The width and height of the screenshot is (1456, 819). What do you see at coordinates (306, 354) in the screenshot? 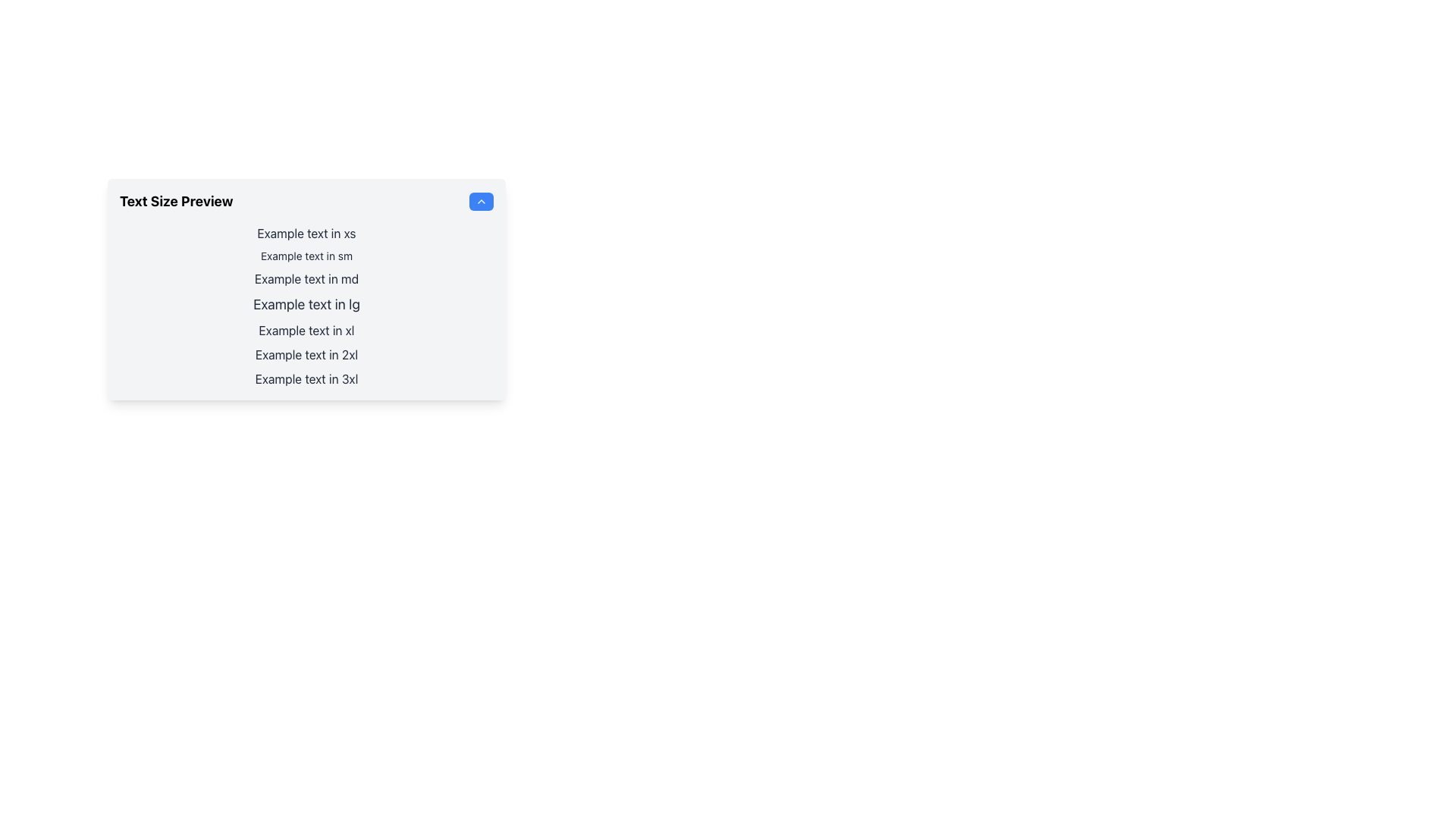
I see `the text element that displays 'Example text in 2xl', which is the sixth item in the 'Text Size Preview' list, positioned between 'Example text in xl' and 'Example text in 3xl'` at bounding box center [306, 354].